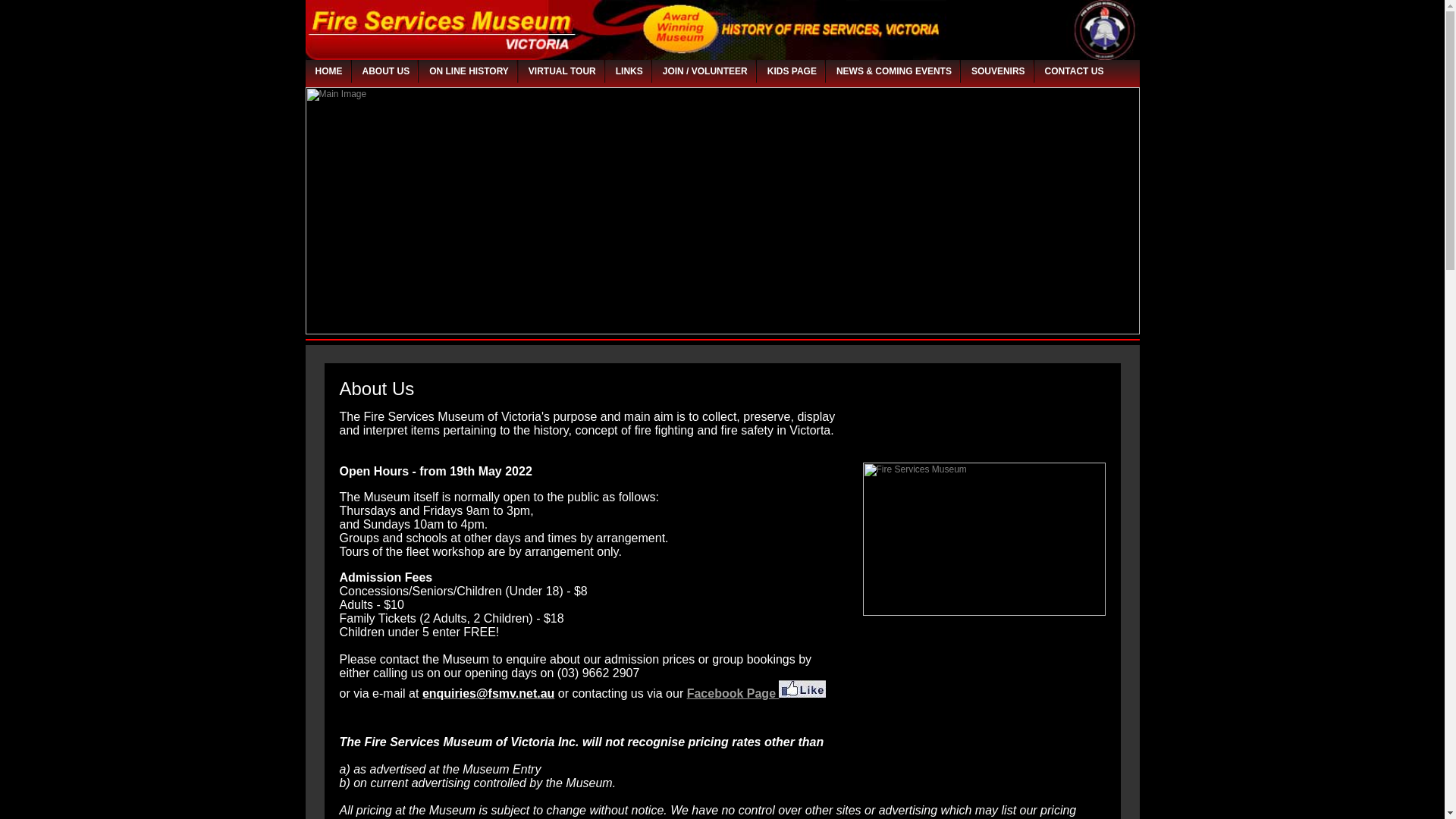 The height and width of the screenshot is (819, 1456). Describe the element at coordinates (757, 694) in the screenshot. I see `'Facebook Page'` at that location.